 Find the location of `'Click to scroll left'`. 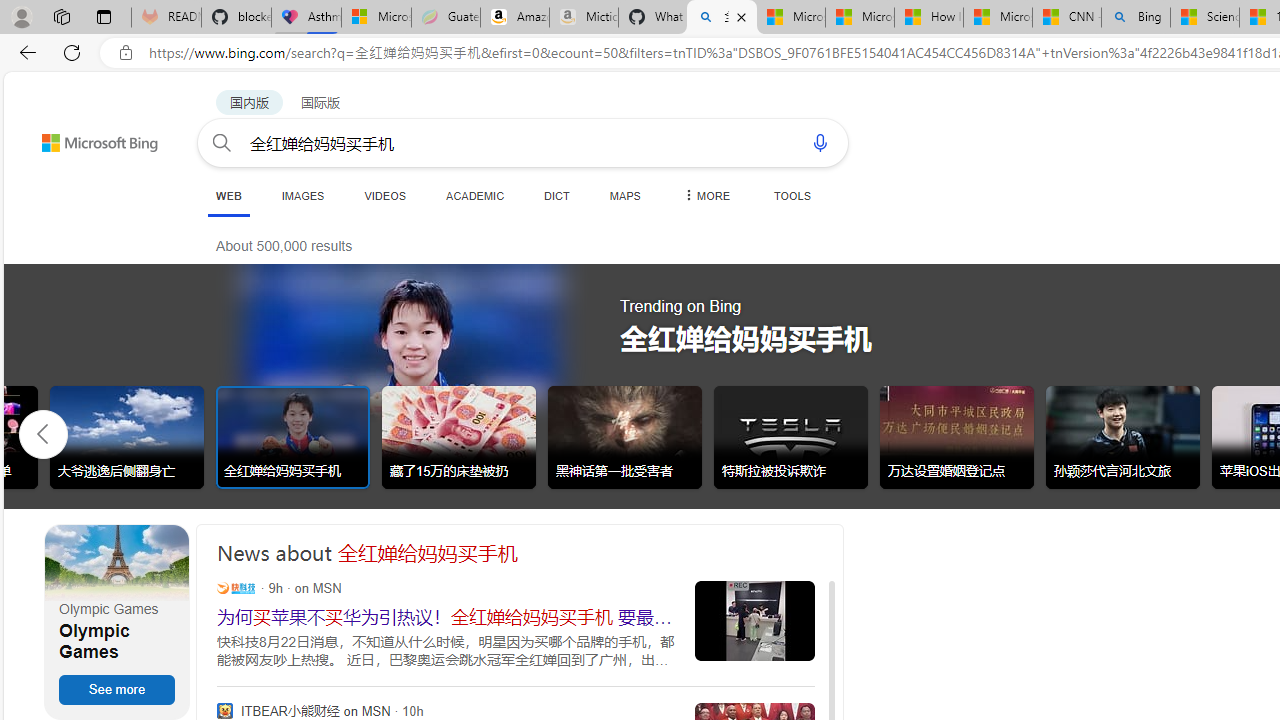

'Click to scroll left' is located at coordinates (44, 432).